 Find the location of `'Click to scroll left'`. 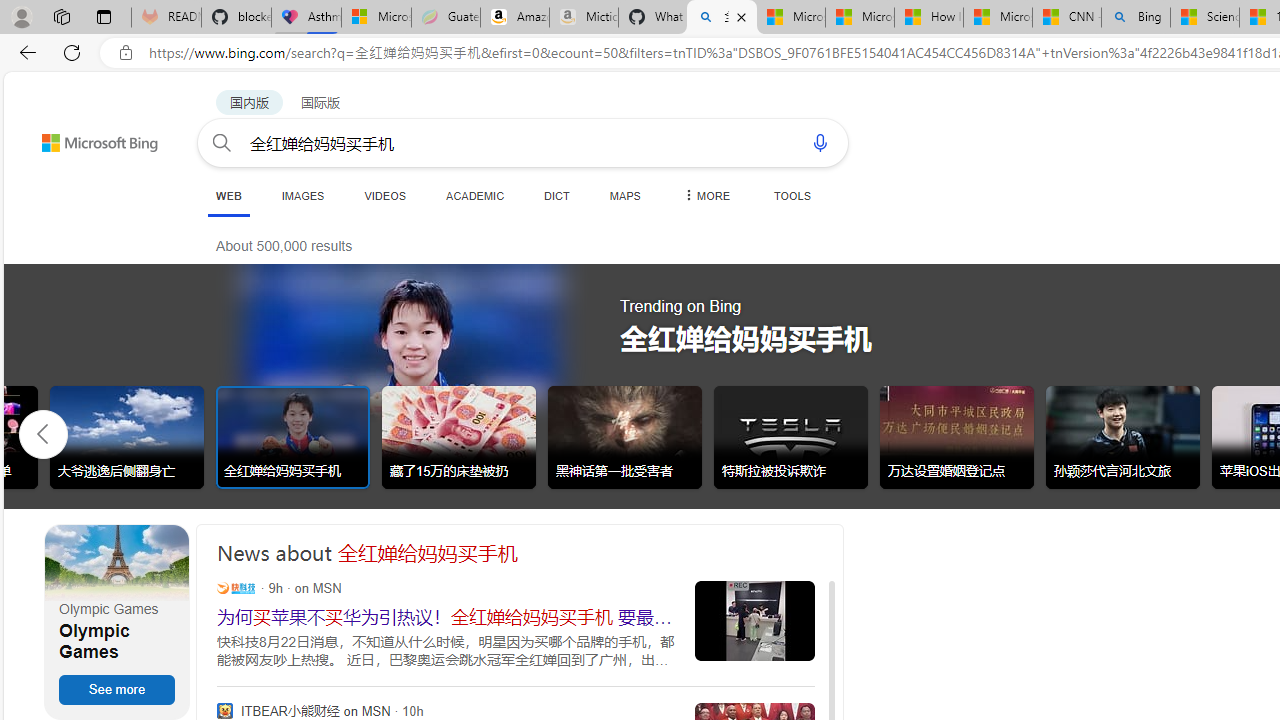

'Click to scroll left' is located at coordinates (44, 432).